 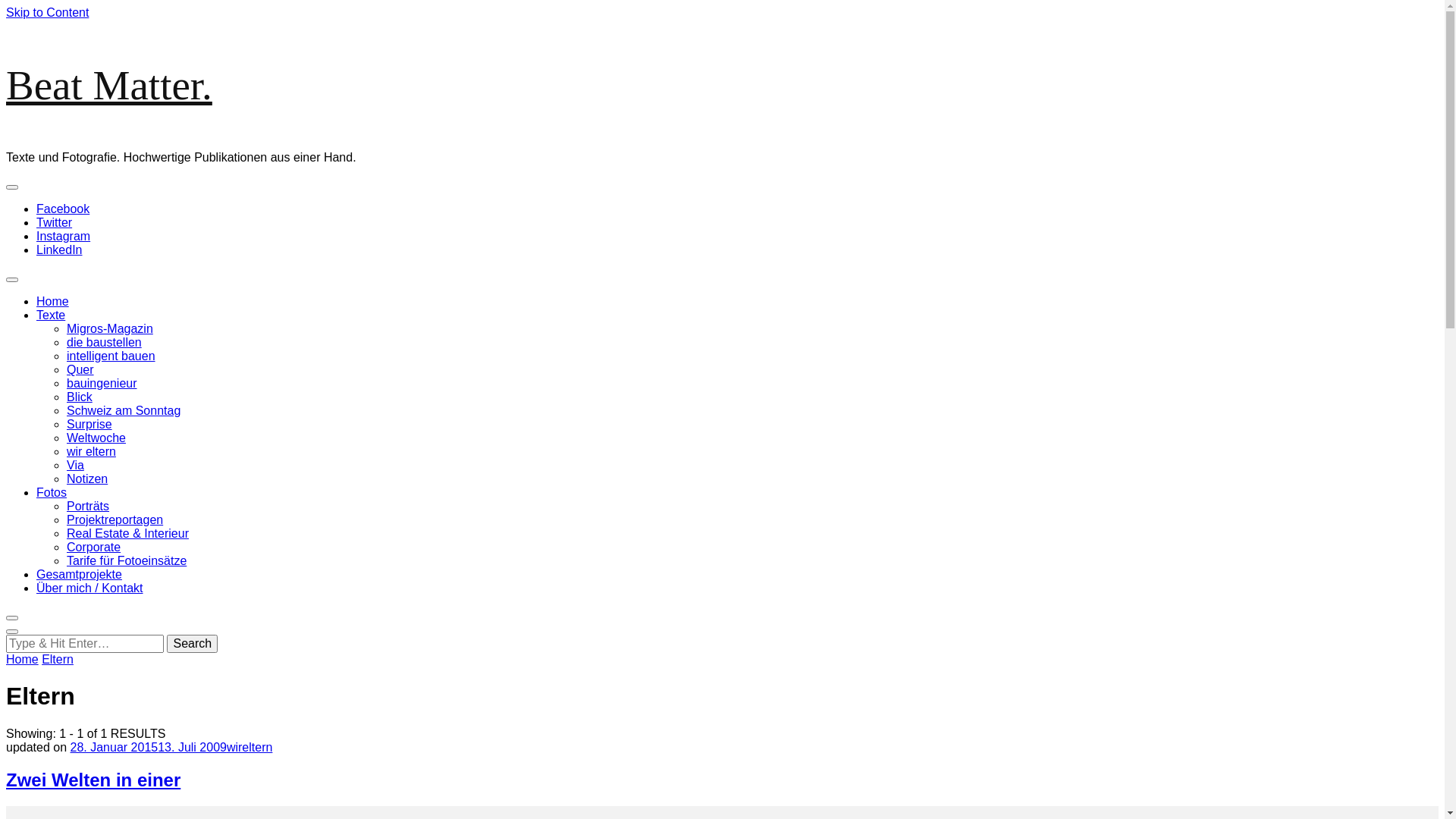 What do you see at coordinates (93, 780) in the screenshot?
I see `'Zwei Welten in einer'` at bounding box center [93, 780].